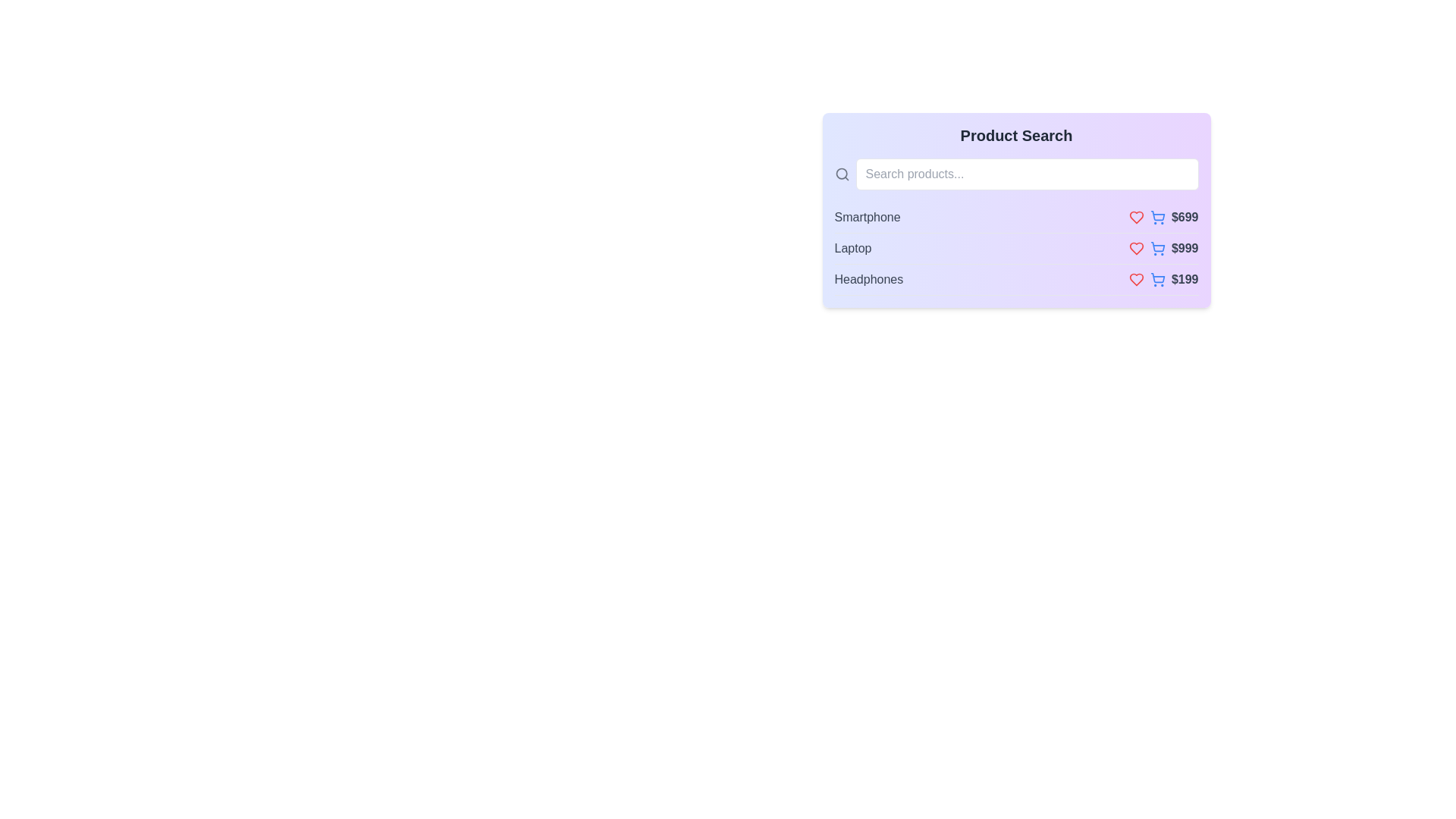  What do you see at coordinates (1016, 174) in the screenshot?
I see `and drop the Search Bar located beneath the 'Product Search' header, which contains a text input field for searching products` at bounding box center [1016, 174].